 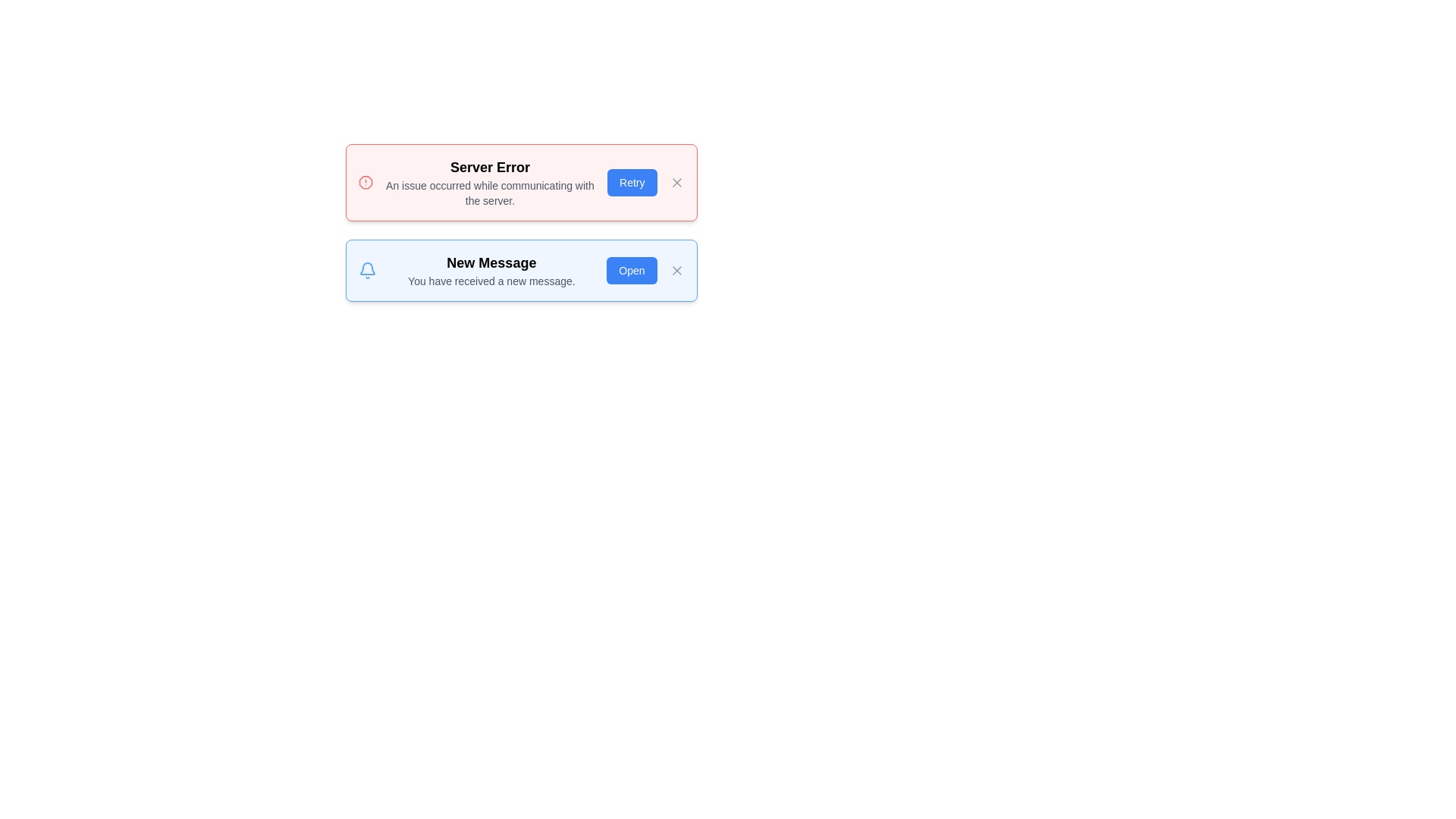 What do you see at coordinates (491, 262) in the screenshot?
I see `text label displaying 'New Message' which is bold and medium-large sized, positioned within a light blue notification card below the 'Server Error' notification` at bounding box center [491, 262].